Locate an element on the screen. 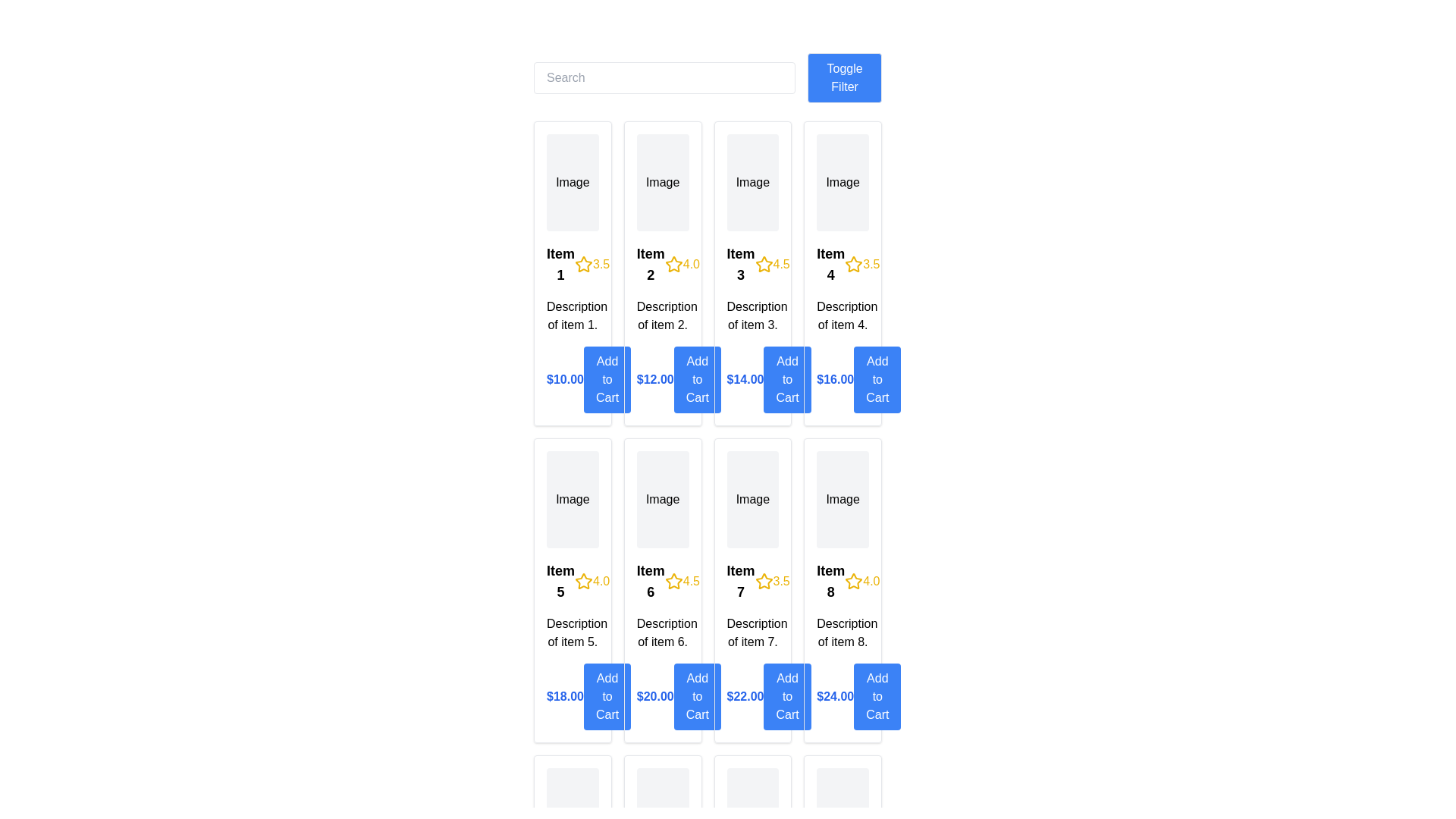  the Display text with an inline icon for rating, which shows the product title and rating in the fourth card of the grid layout is located at coordinates (842, 263).